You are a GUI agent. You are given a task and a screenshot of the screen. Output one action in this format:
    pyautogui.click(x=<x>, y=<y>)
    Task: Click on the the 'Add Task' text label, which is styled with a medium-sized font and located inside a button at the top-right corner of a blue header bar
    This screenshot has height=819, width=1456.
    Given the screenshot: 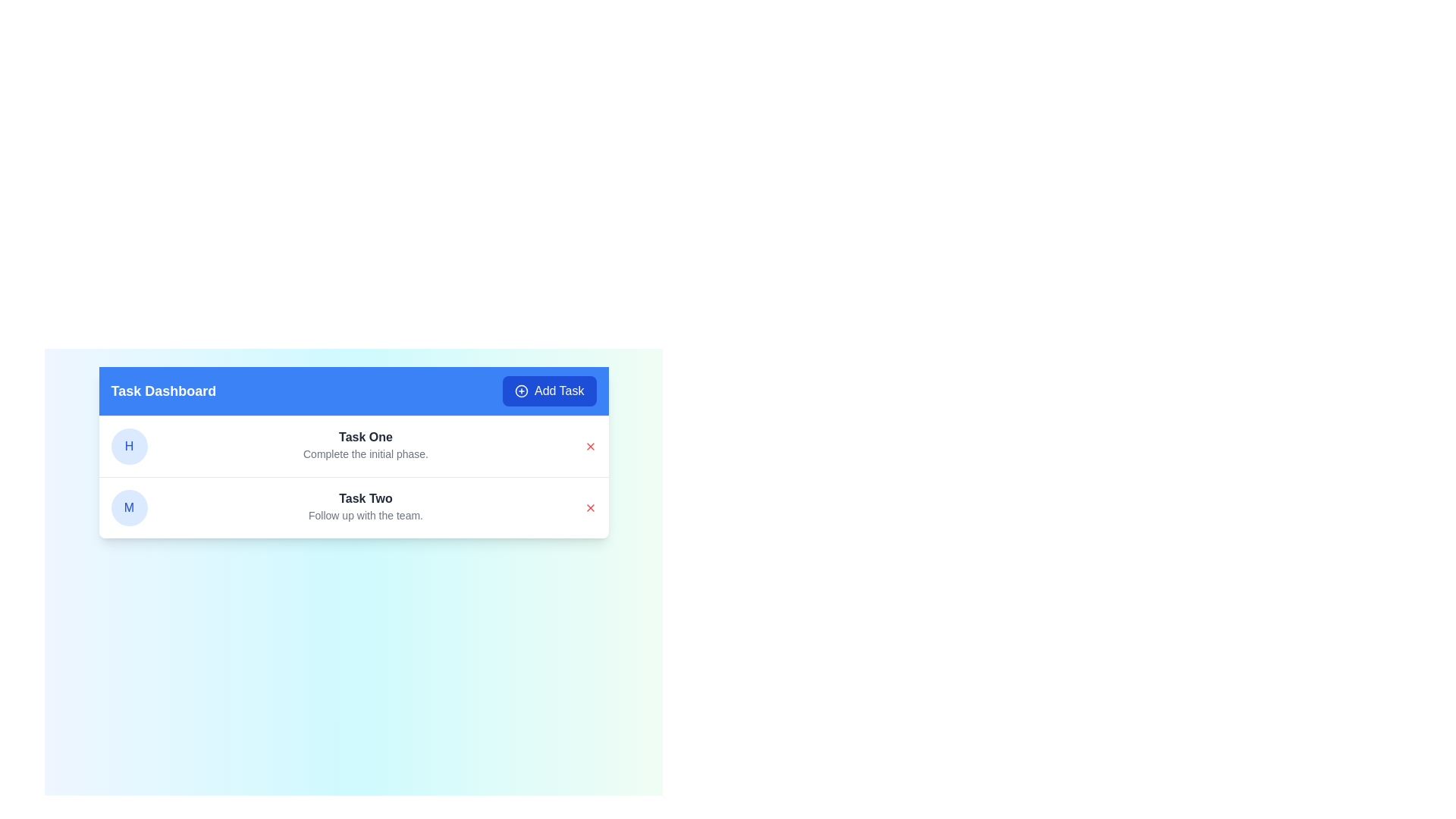 What is the action you would take?
    pyautogui.click(x=558, y=391)
    